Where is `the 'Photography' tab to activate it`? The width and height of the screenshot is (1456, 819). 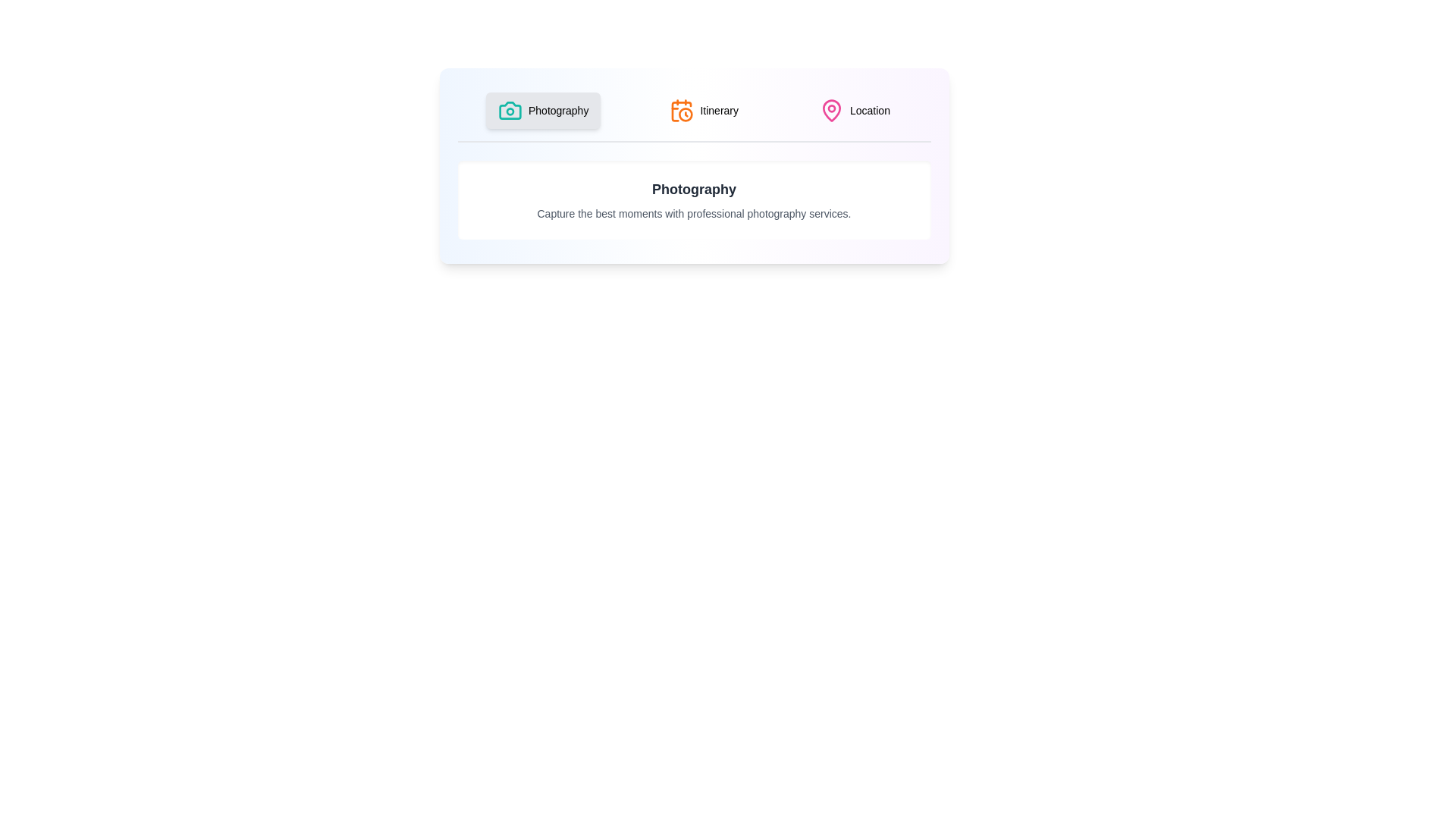 the 'Photography' tab to activate it is located at coordinates (543, 110).